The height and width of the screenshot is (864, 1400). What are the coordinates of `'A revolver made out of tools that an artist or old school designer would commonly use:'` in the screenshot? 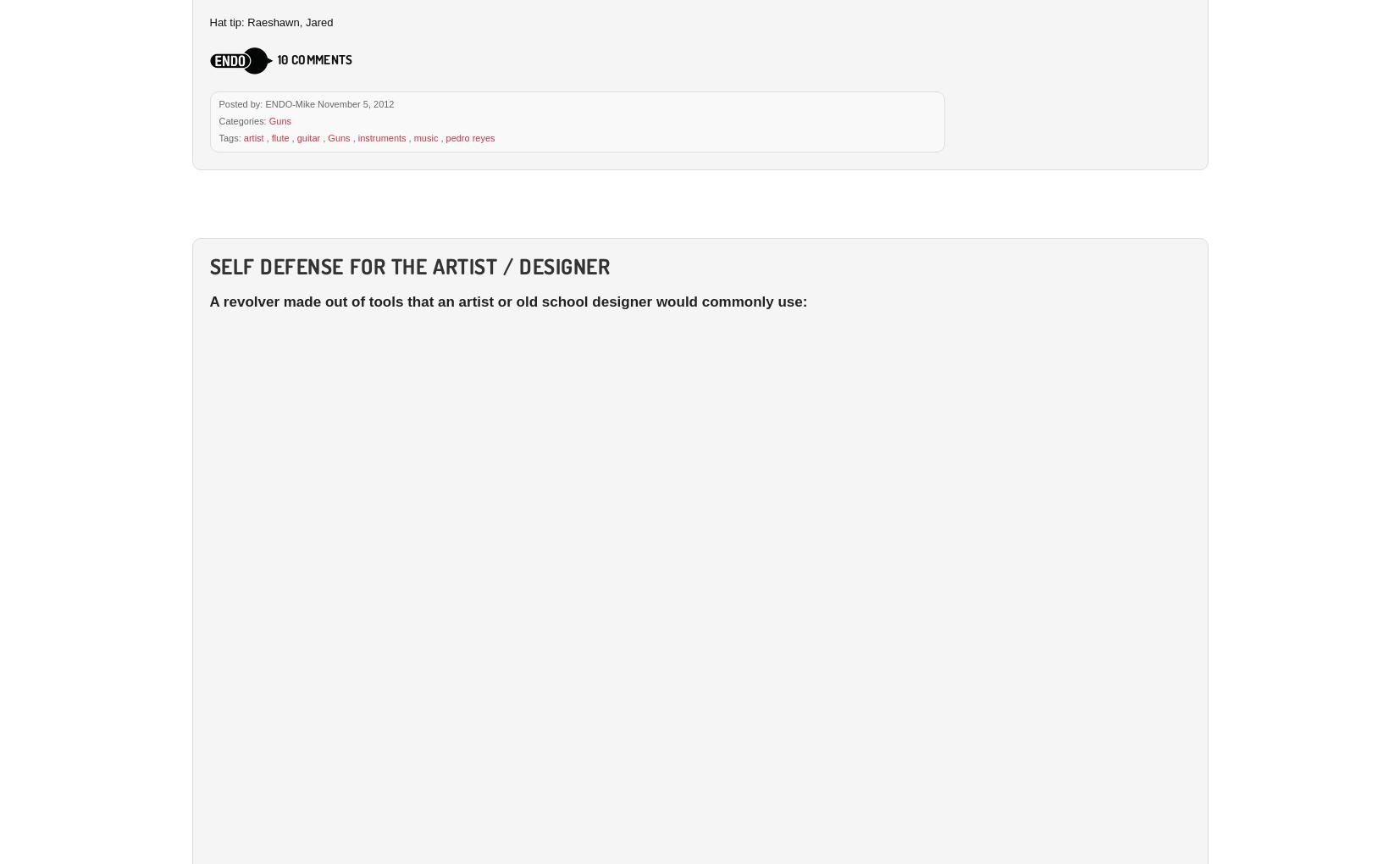 It's located at (208, 300).